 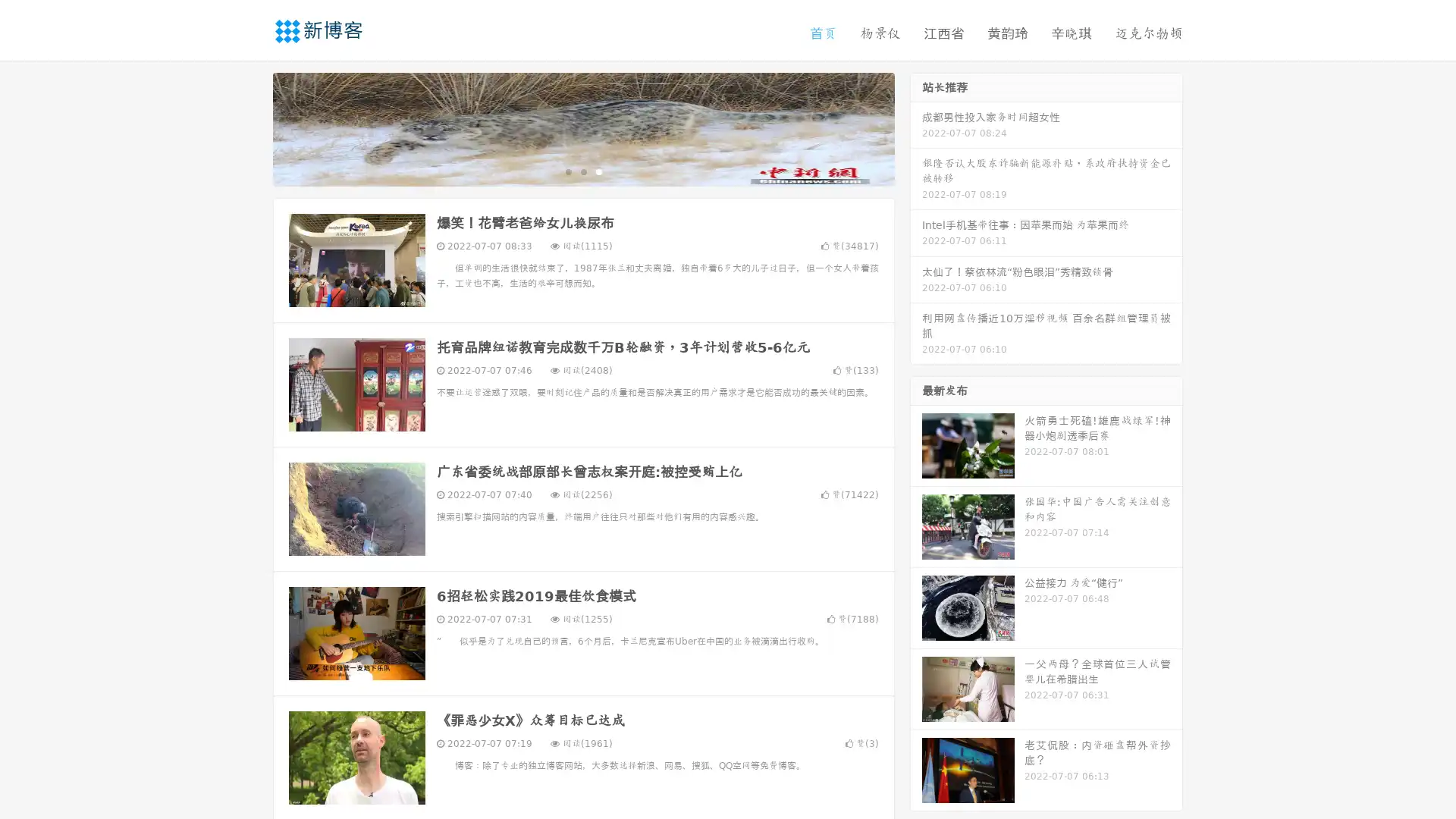 What do you see at coordinates (916, 127) in the screenshot?
I see `Next slide` at bounding box center [916, 127].